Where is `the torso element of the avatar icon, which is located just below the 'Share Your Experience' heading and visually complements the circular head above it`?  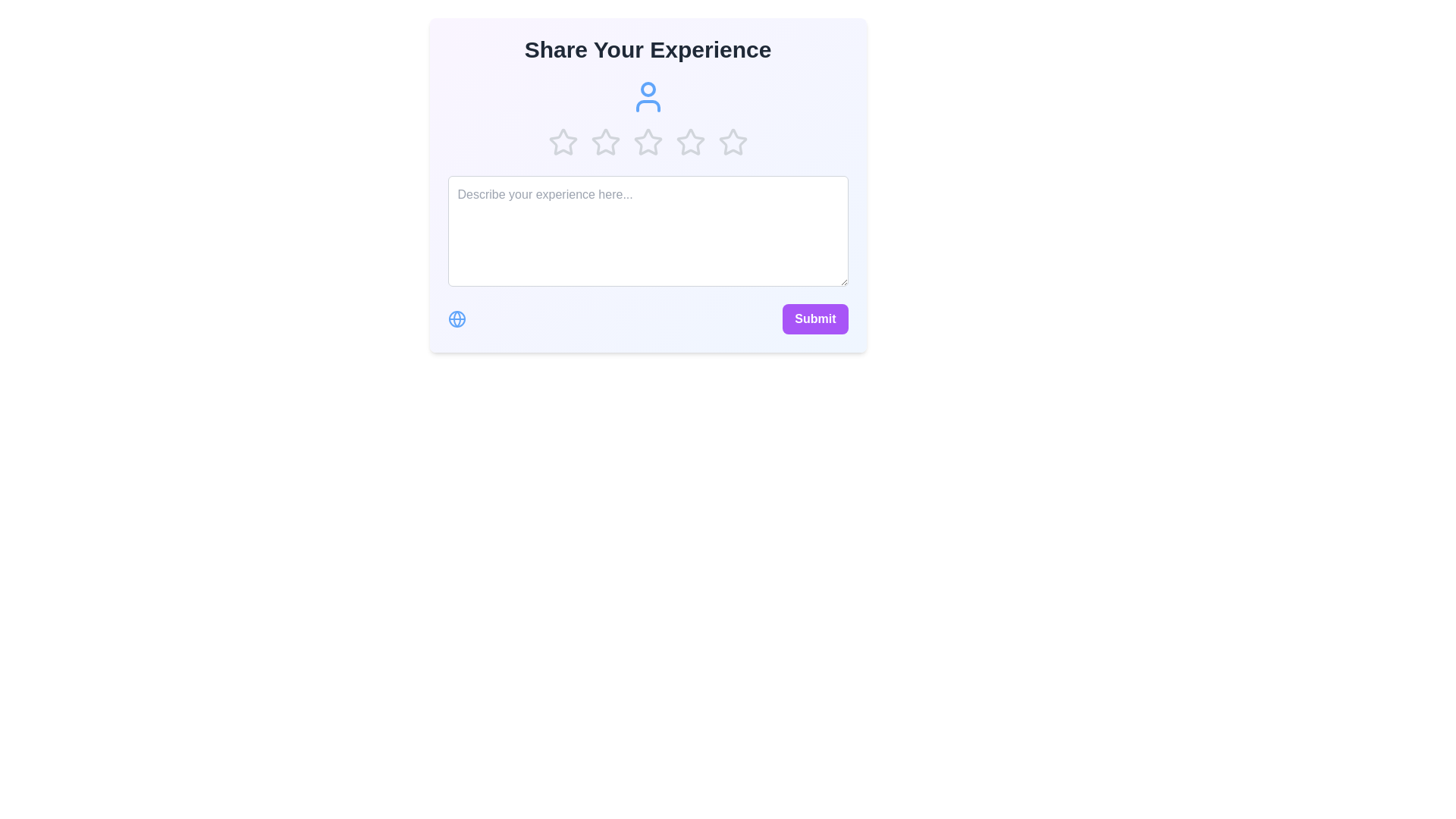 the torso element of the avatar icon, which is located just below the 'Share Your Experience' heading and visually complements the circular head above it is located at coordinates (648, 105).